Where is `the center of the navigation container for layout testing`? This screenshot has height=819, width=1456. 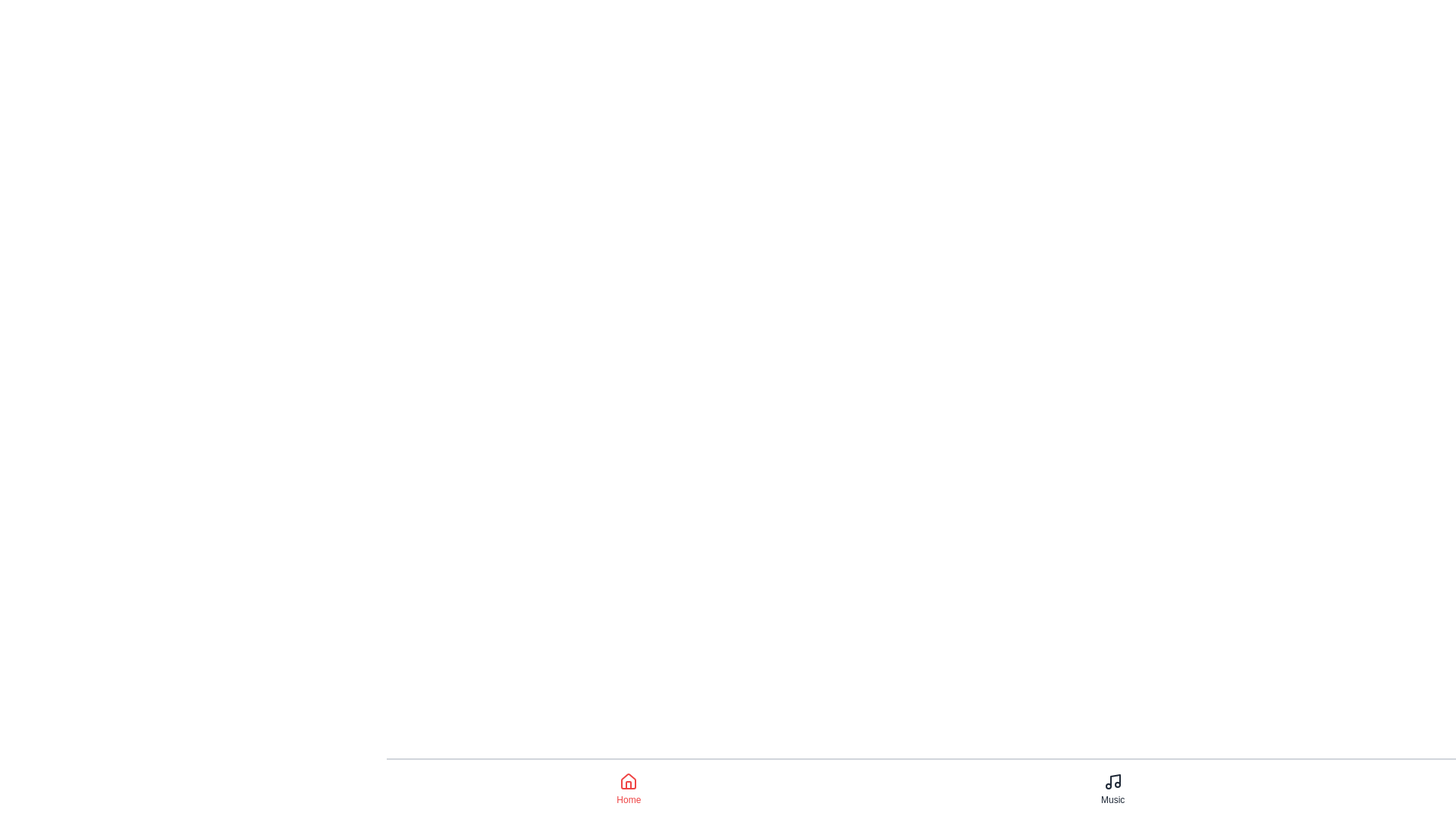 the center of the navigation container for layout testing is located at coordinates (1114, 788).